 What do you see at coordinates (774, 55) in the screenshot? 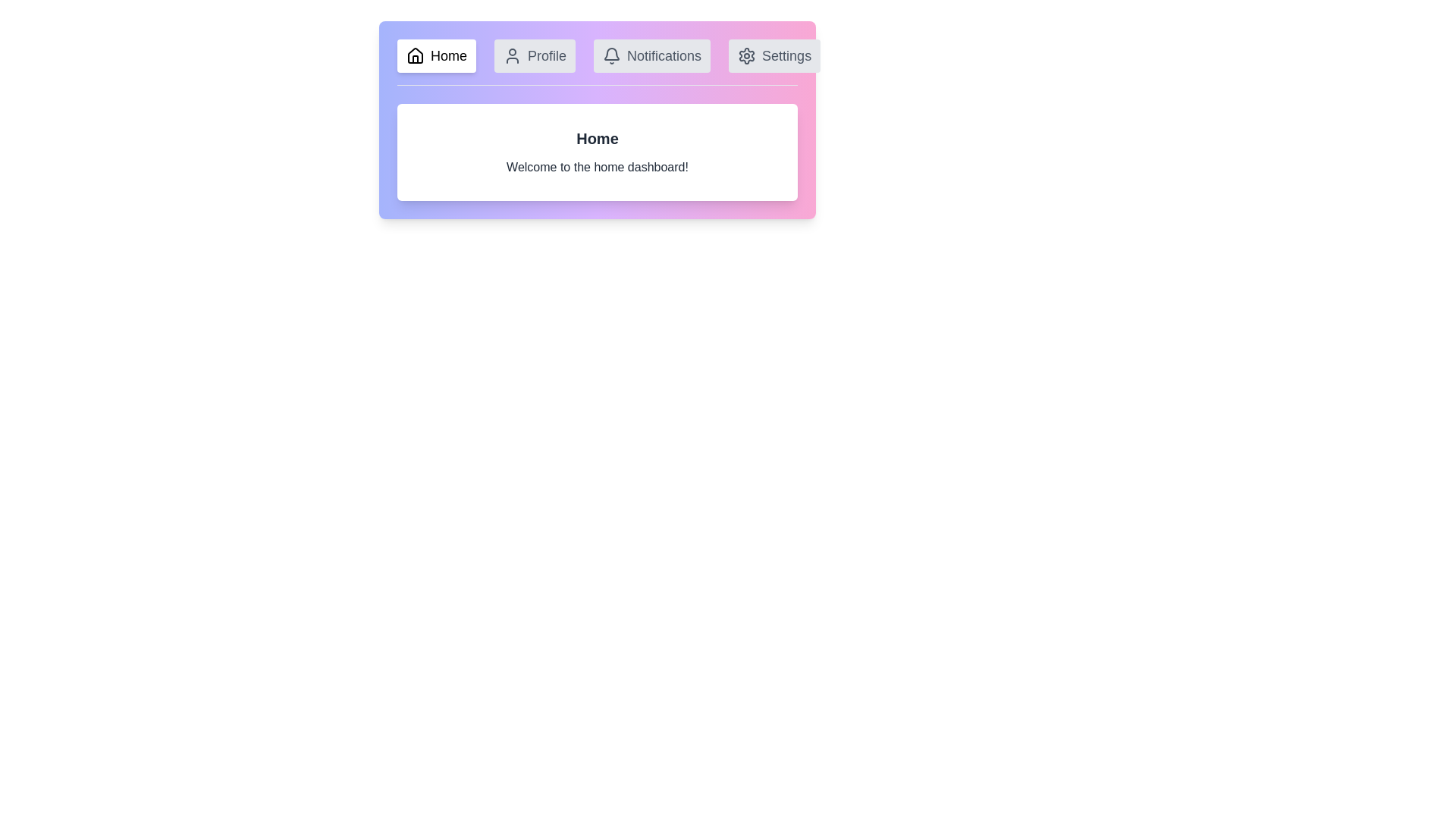
I see `the tab labeled Settings to select it` at bounding box center [774, 55].